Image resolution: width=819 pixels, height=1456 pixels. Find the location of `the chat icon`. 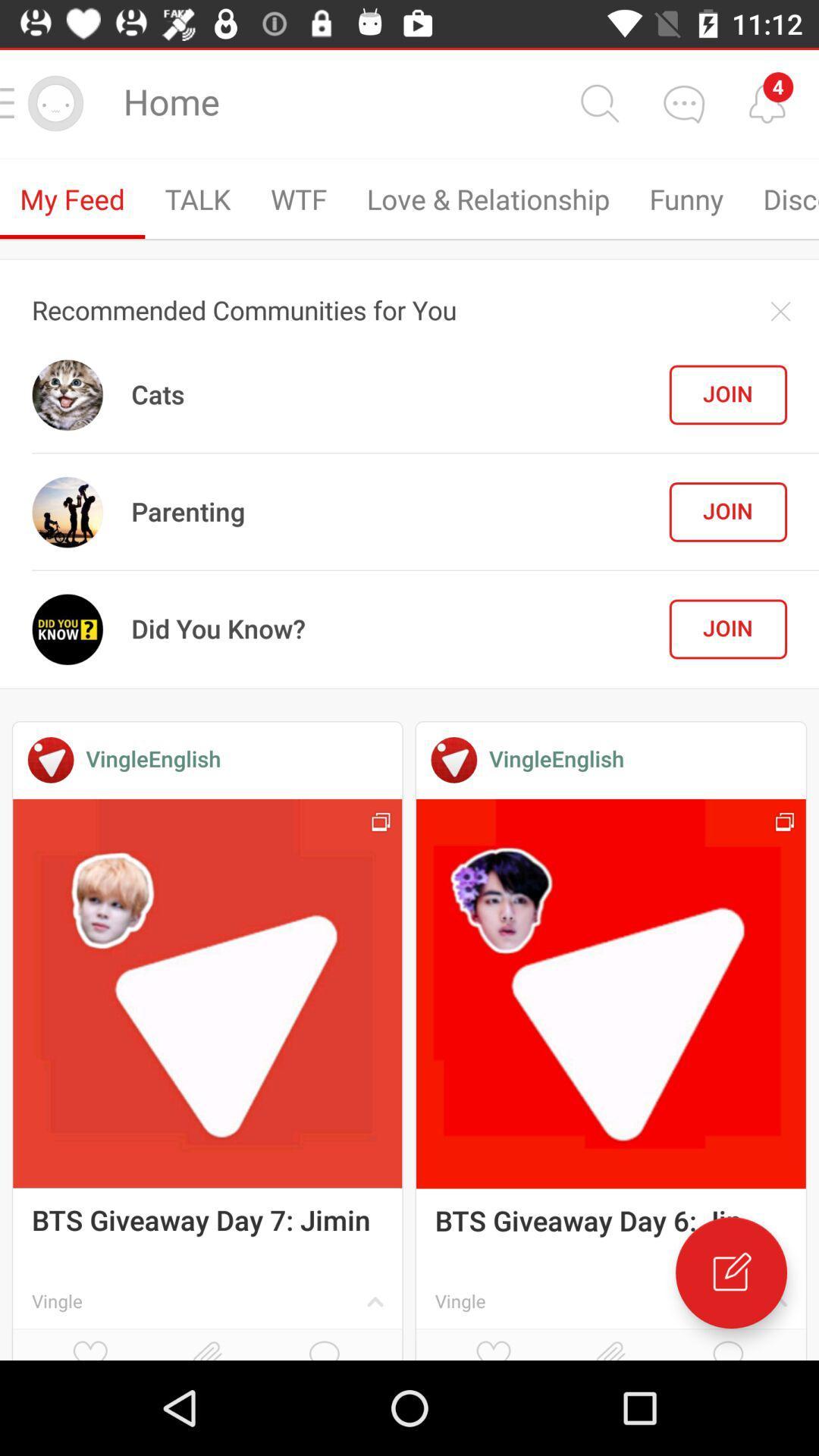

the chat icon is located at coordinates (683, 102).